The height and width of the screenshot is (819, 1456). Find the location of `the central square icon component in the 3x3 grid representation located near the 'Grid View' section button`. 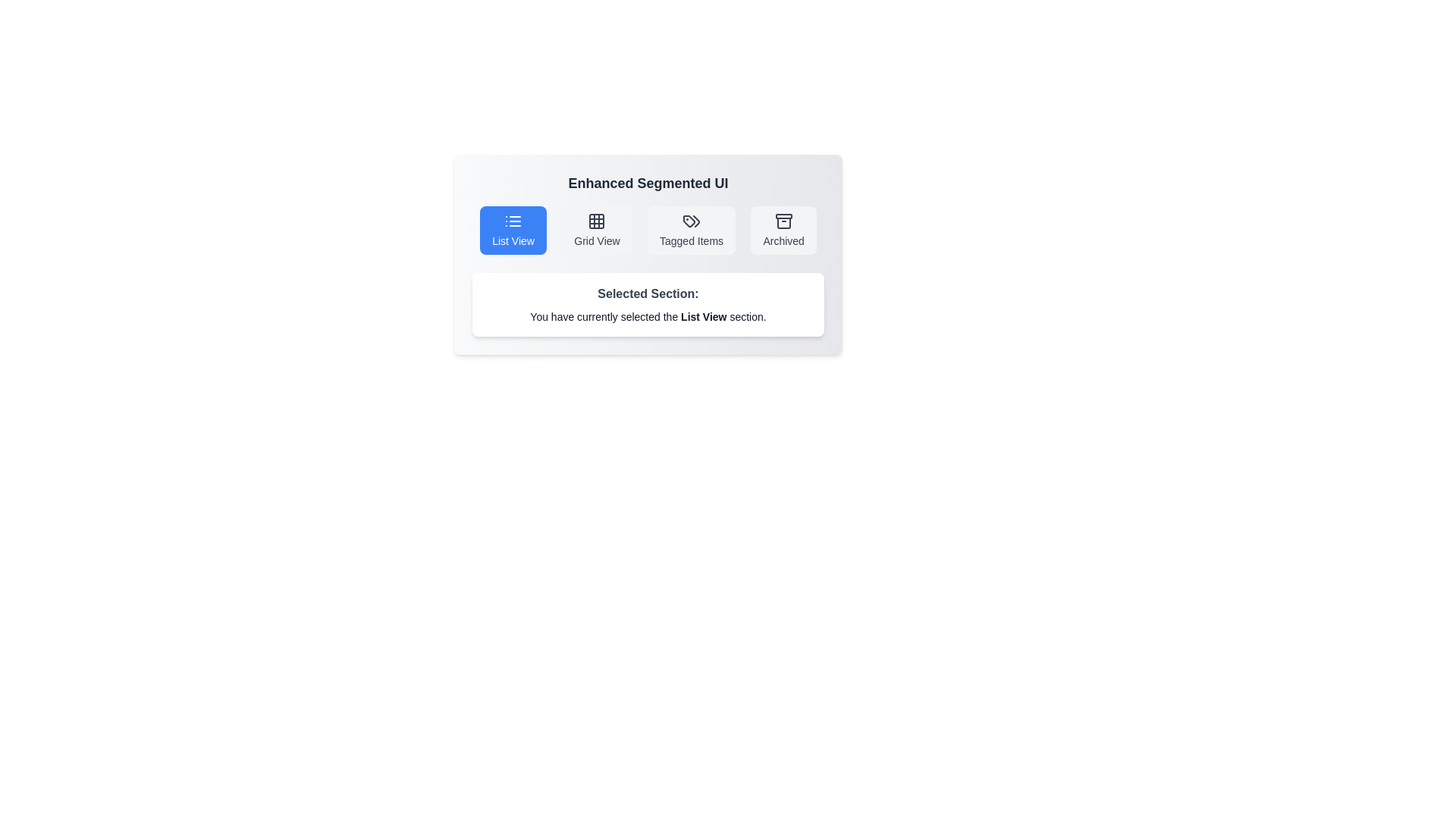

the central square icon component in the 3x3 grid representation located near the 'Grid View' section button is located at coordinates (596, 221).